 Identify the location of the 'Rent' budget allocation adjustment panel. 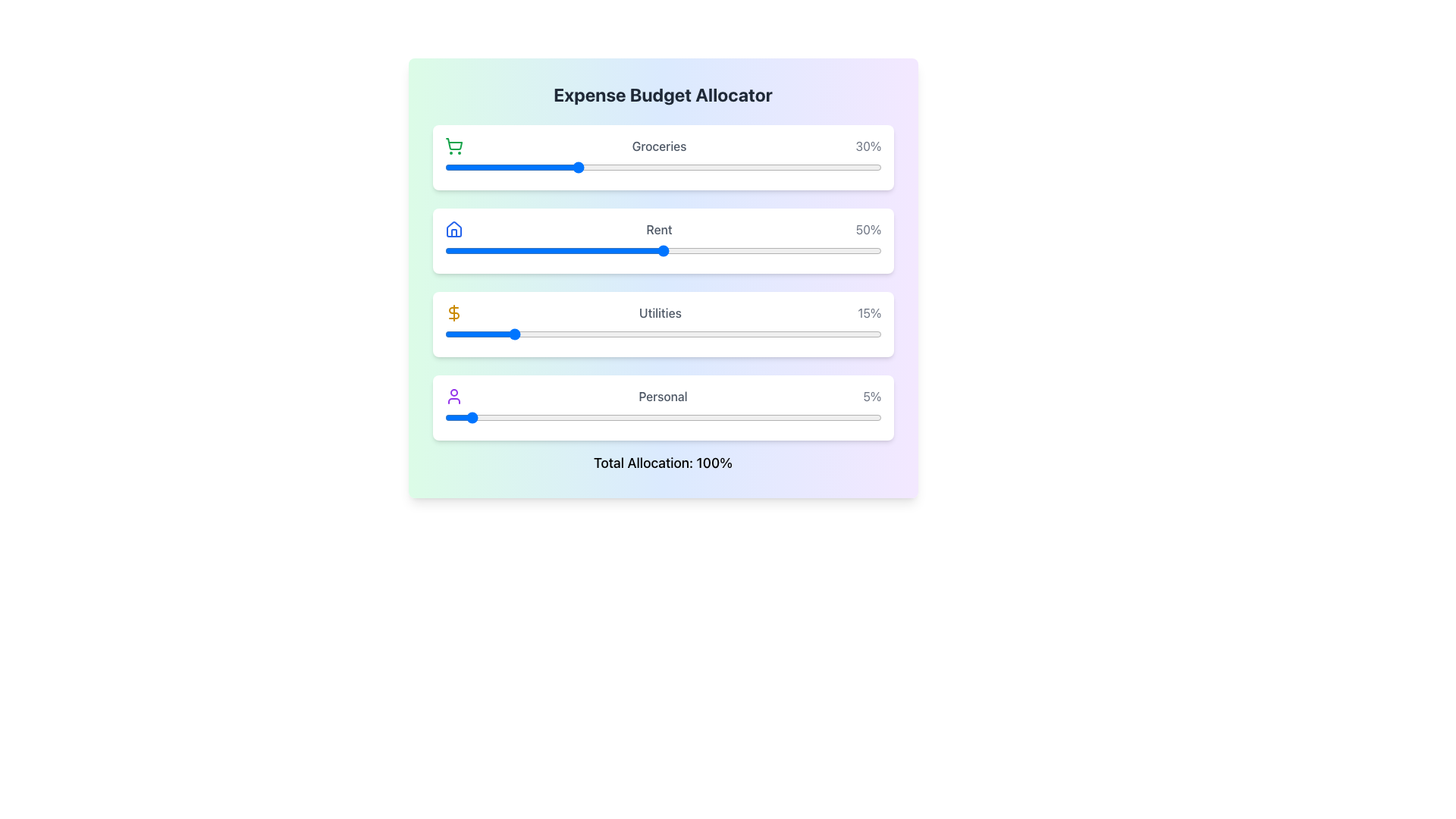
(663, 240).